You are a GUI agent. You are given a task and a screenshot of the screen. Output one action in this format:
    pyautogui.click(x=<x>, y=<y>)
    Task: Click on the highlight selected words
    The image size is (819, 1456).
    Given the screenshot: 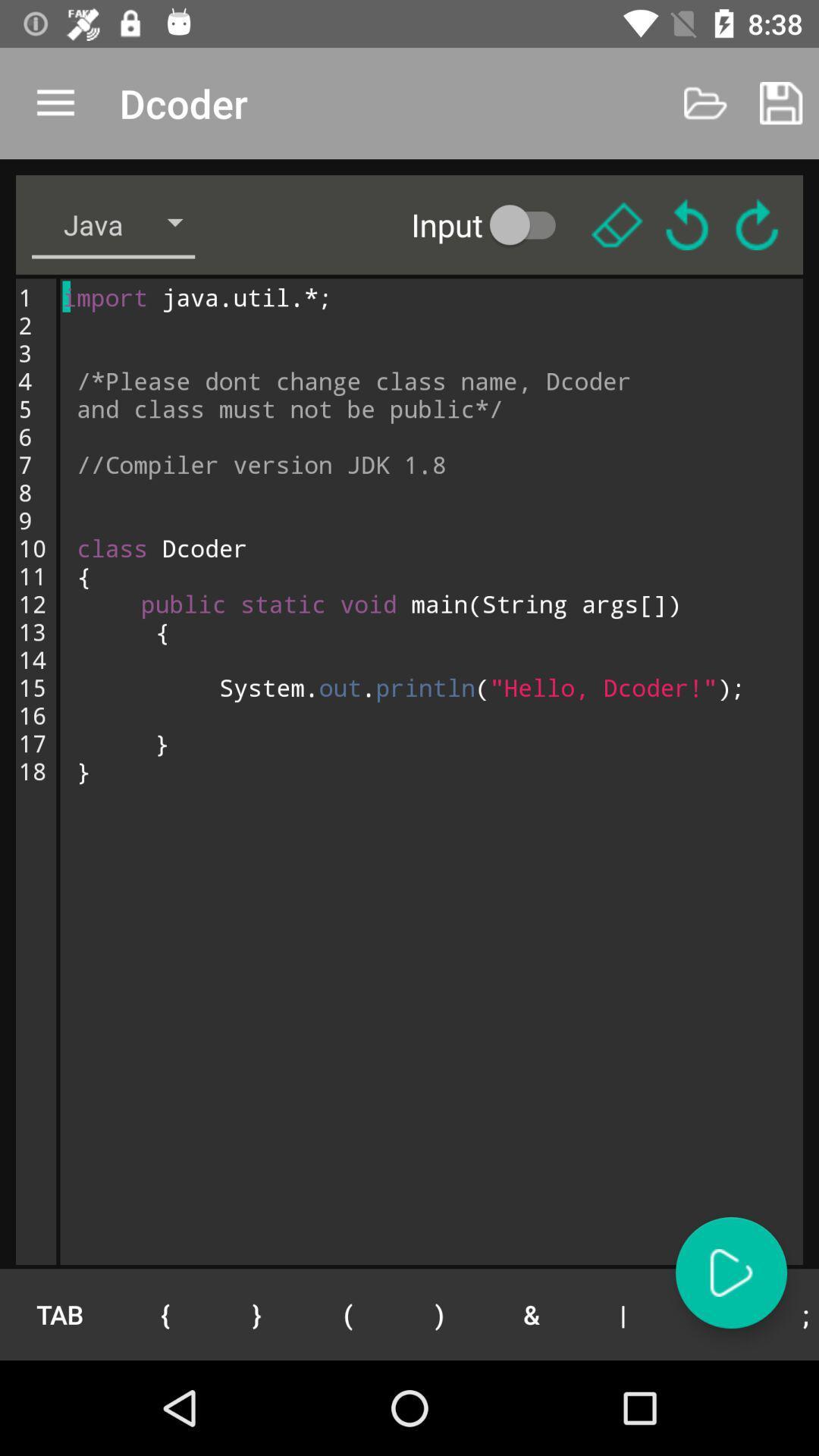 What is the action you would take?
    pyautogui.click(x=617, y=224)
    